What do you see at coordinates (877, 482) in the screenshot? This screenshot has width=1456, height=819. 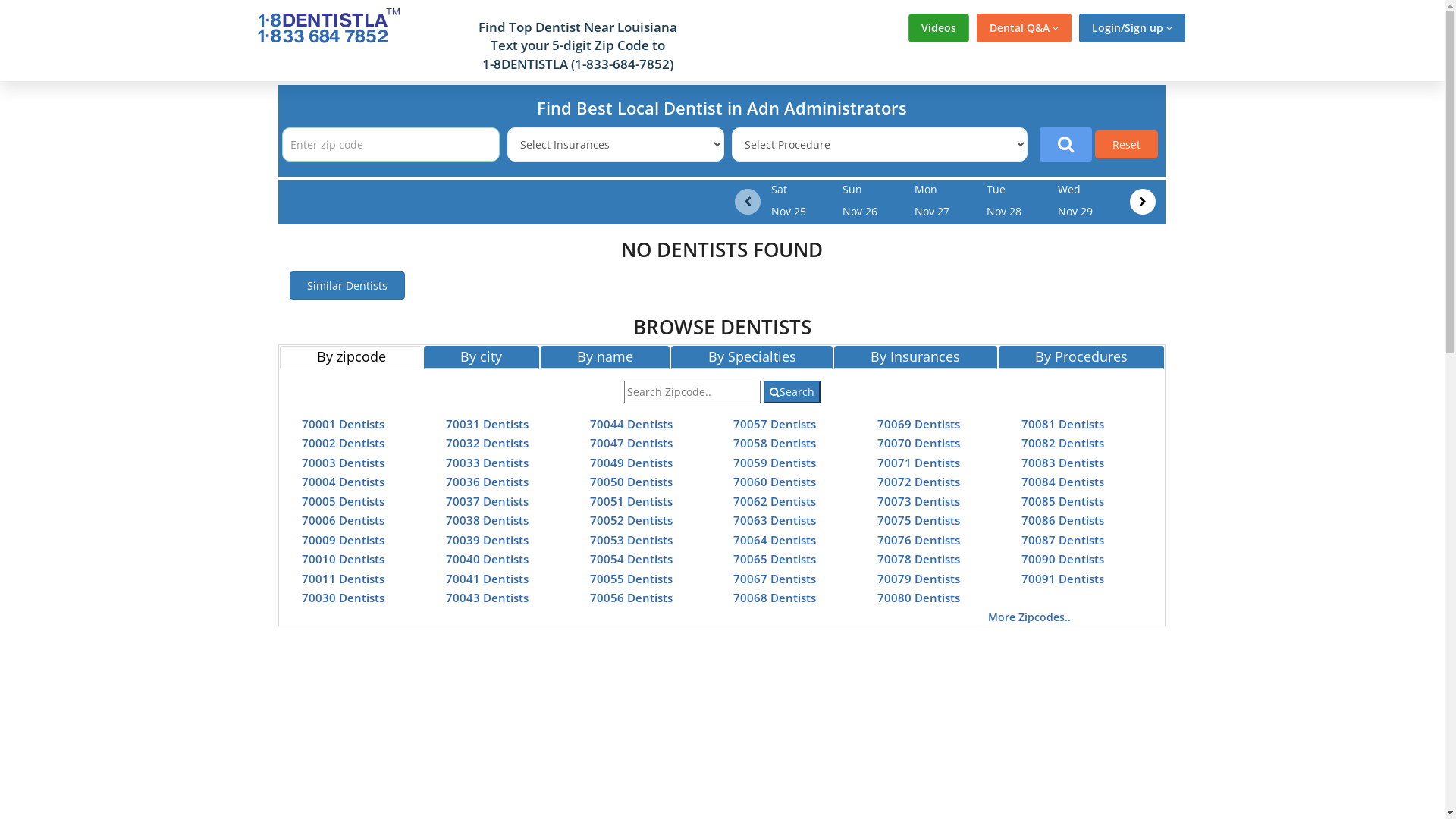 I see `'70072 Dentists'` at bounding box center [877, 482].